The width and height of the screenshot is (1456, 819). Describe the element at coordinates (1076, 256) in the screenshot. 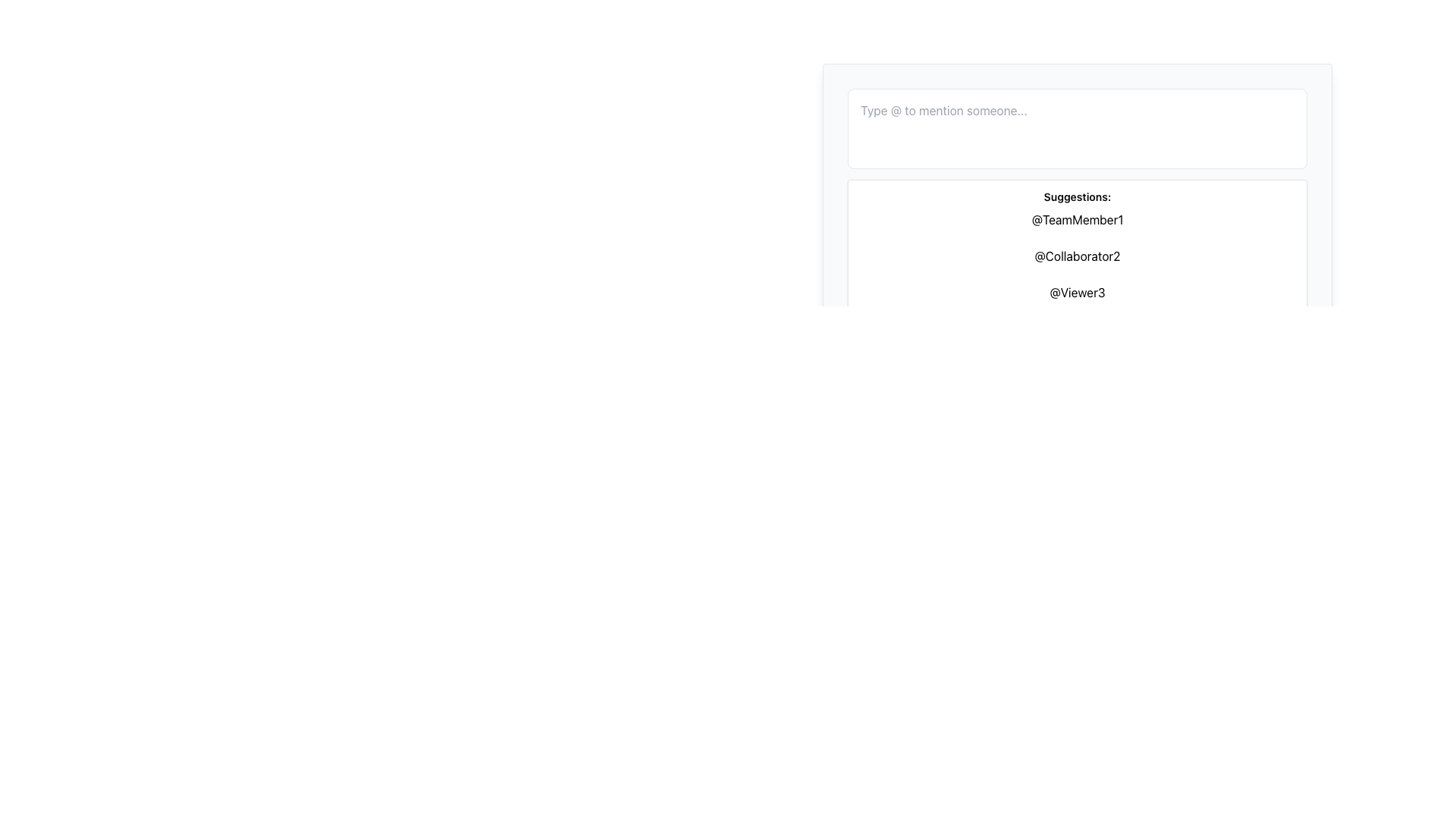

I see `the second item in the suggestion list` at that location.